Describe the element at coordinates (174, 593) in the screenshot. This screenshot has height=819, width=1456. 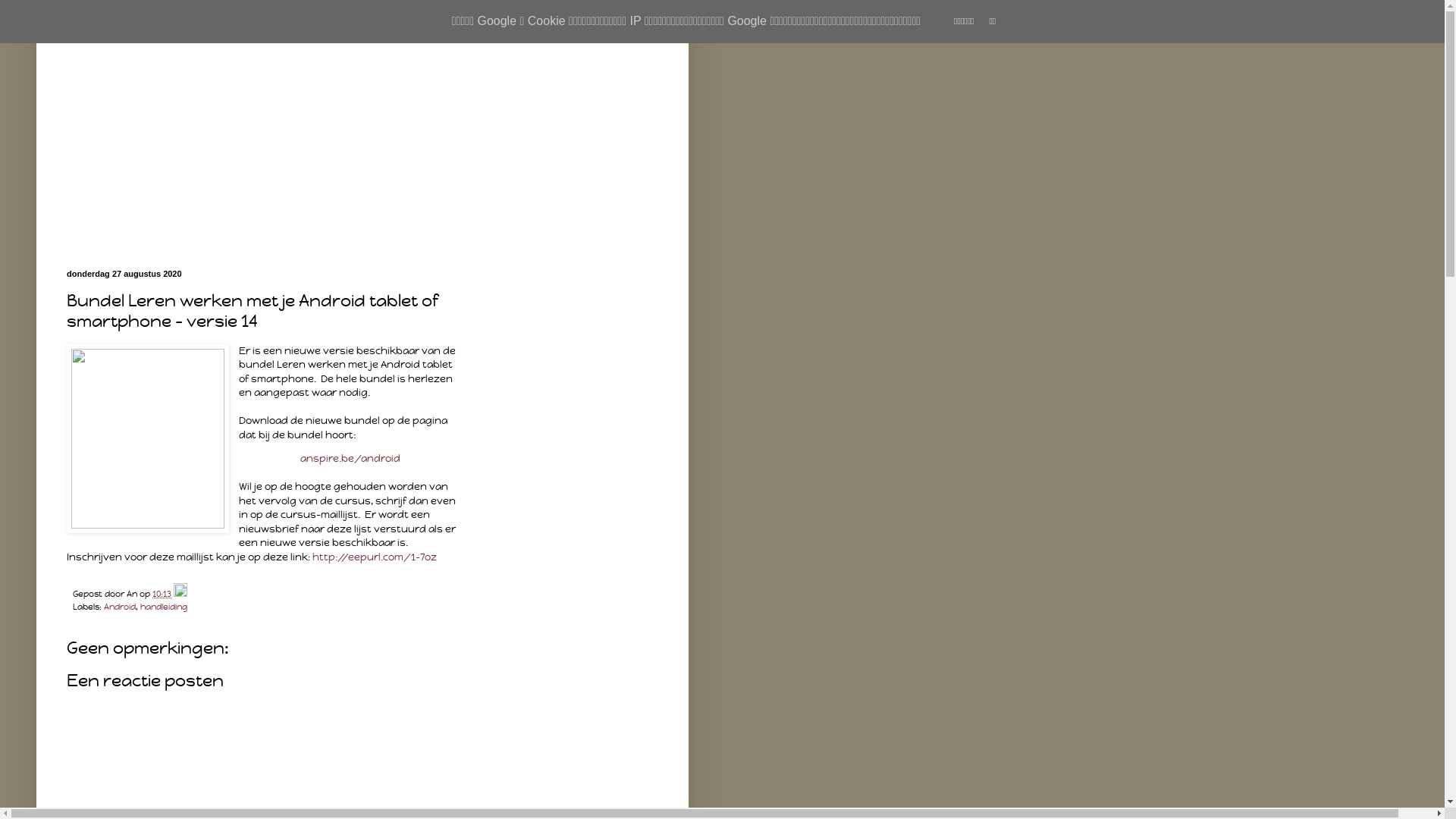
I see `'Post bewerken'` at that location.